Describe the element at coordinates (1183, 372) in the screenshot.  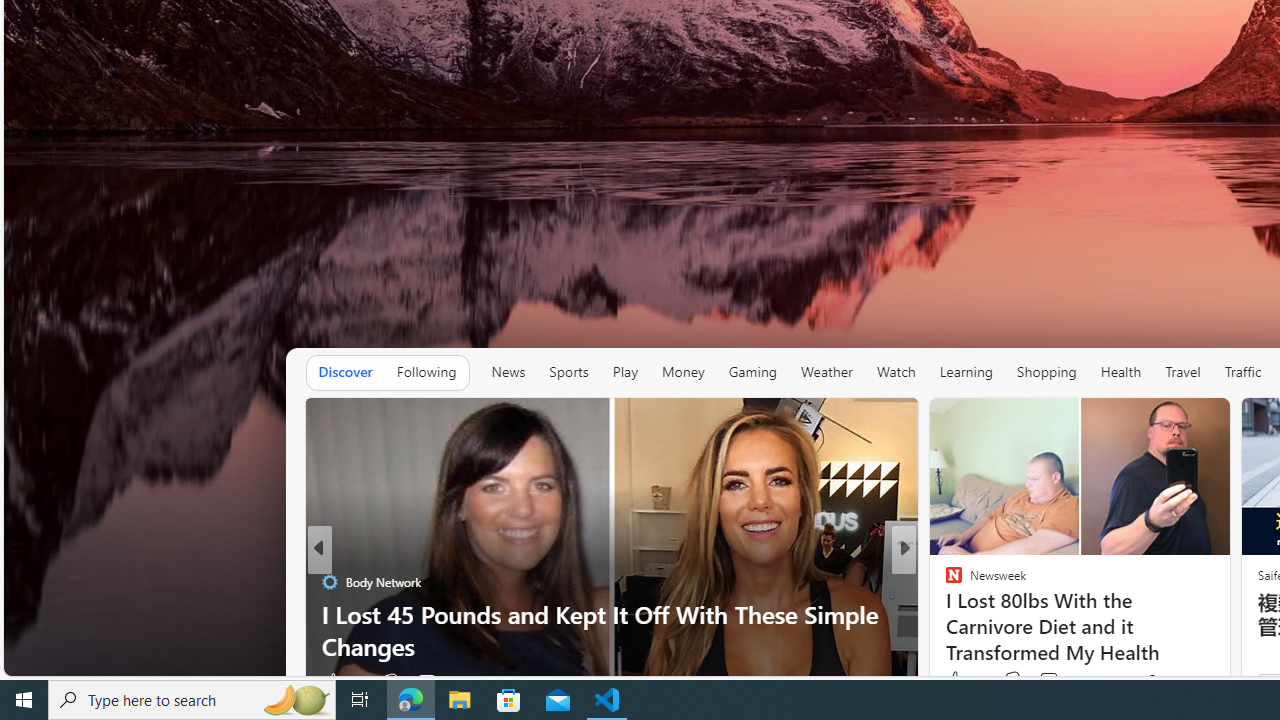
I see `'Travel'` at that location.